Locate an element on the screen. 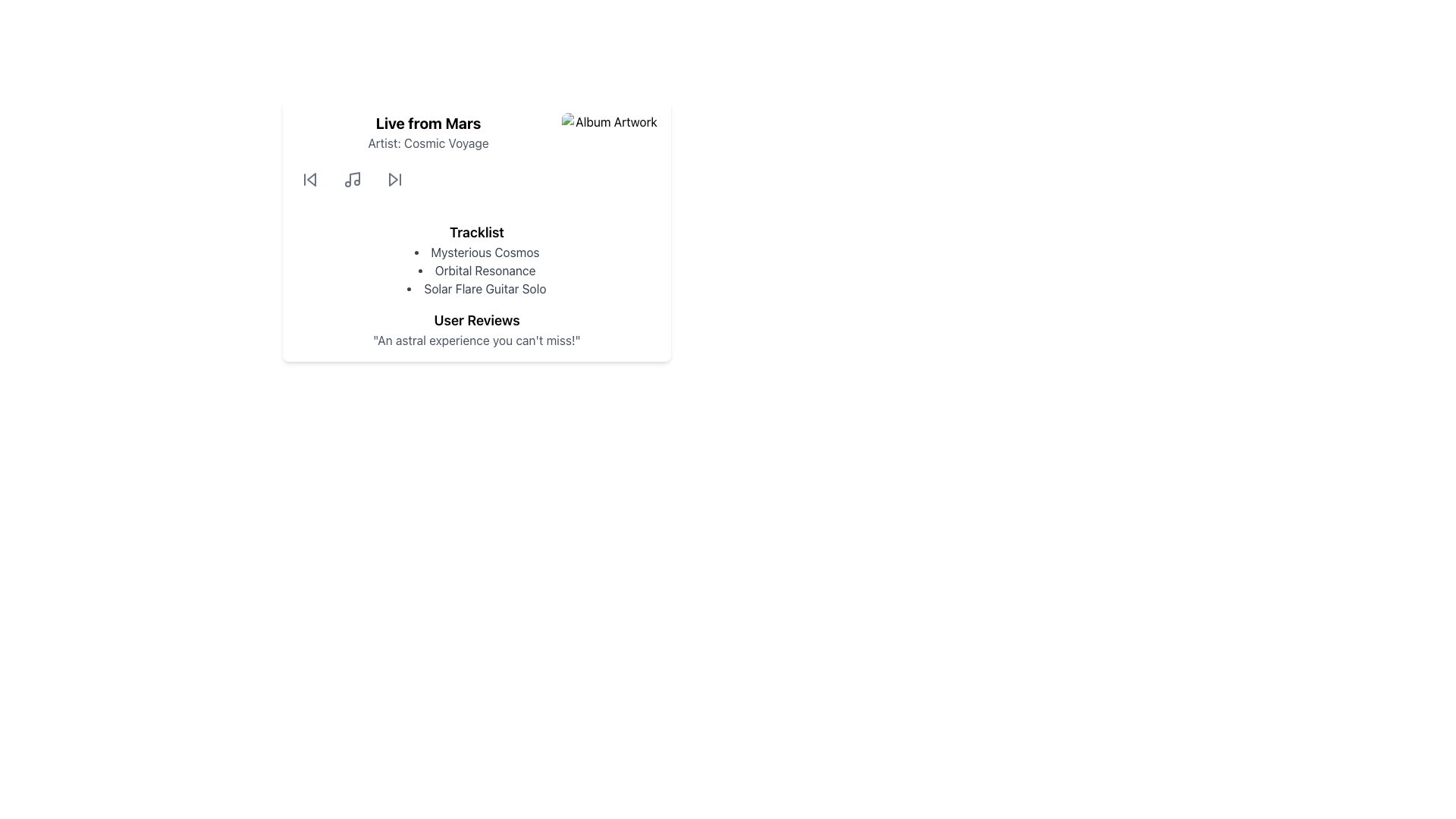 The image size is (1456, 819). the 'previous' button located at the left-most side of the media control buttons to skip to the previous track is located at coordinates (309, 178).